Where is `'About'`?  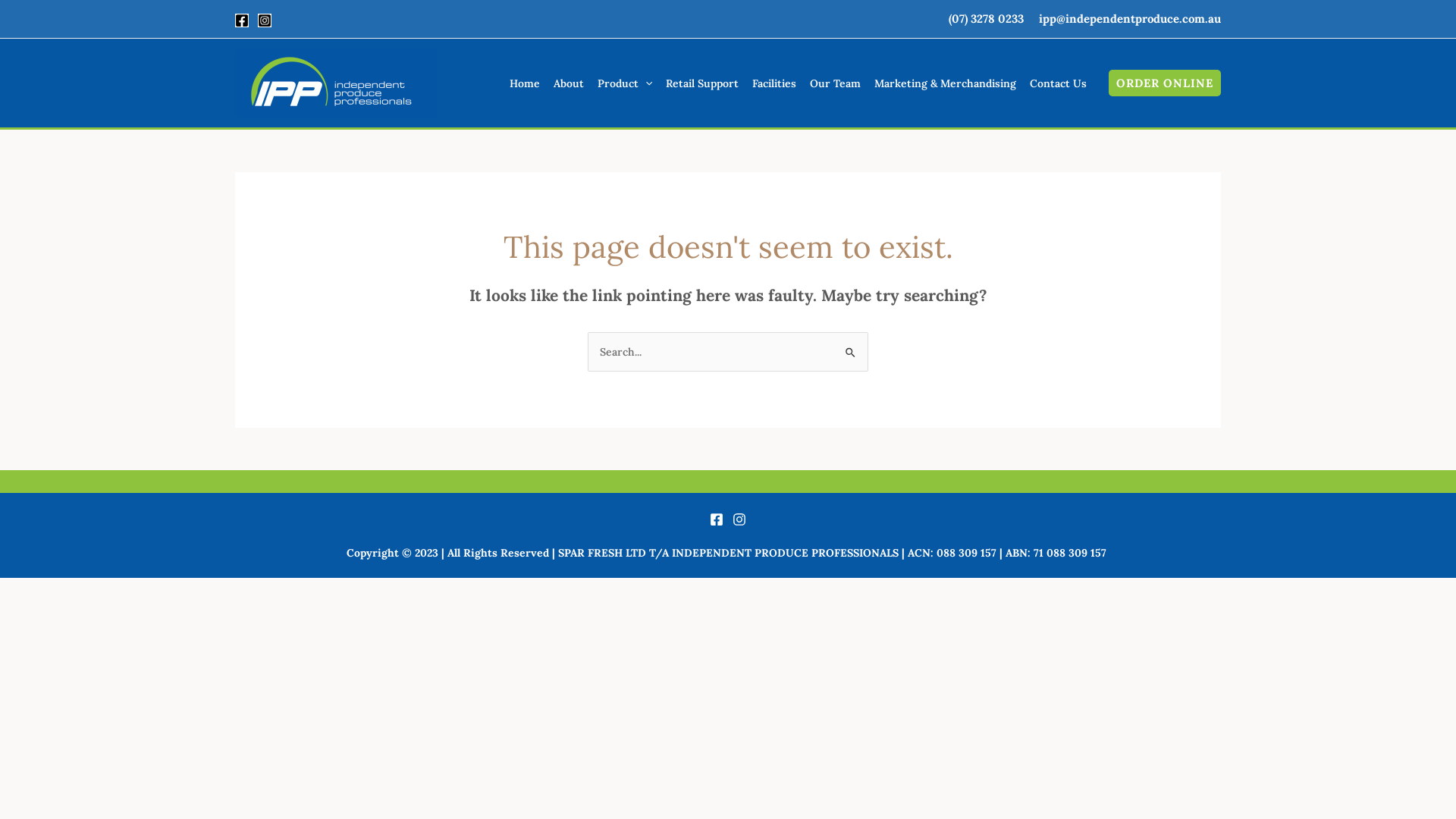 'About' is located at coordinates (567, 83).